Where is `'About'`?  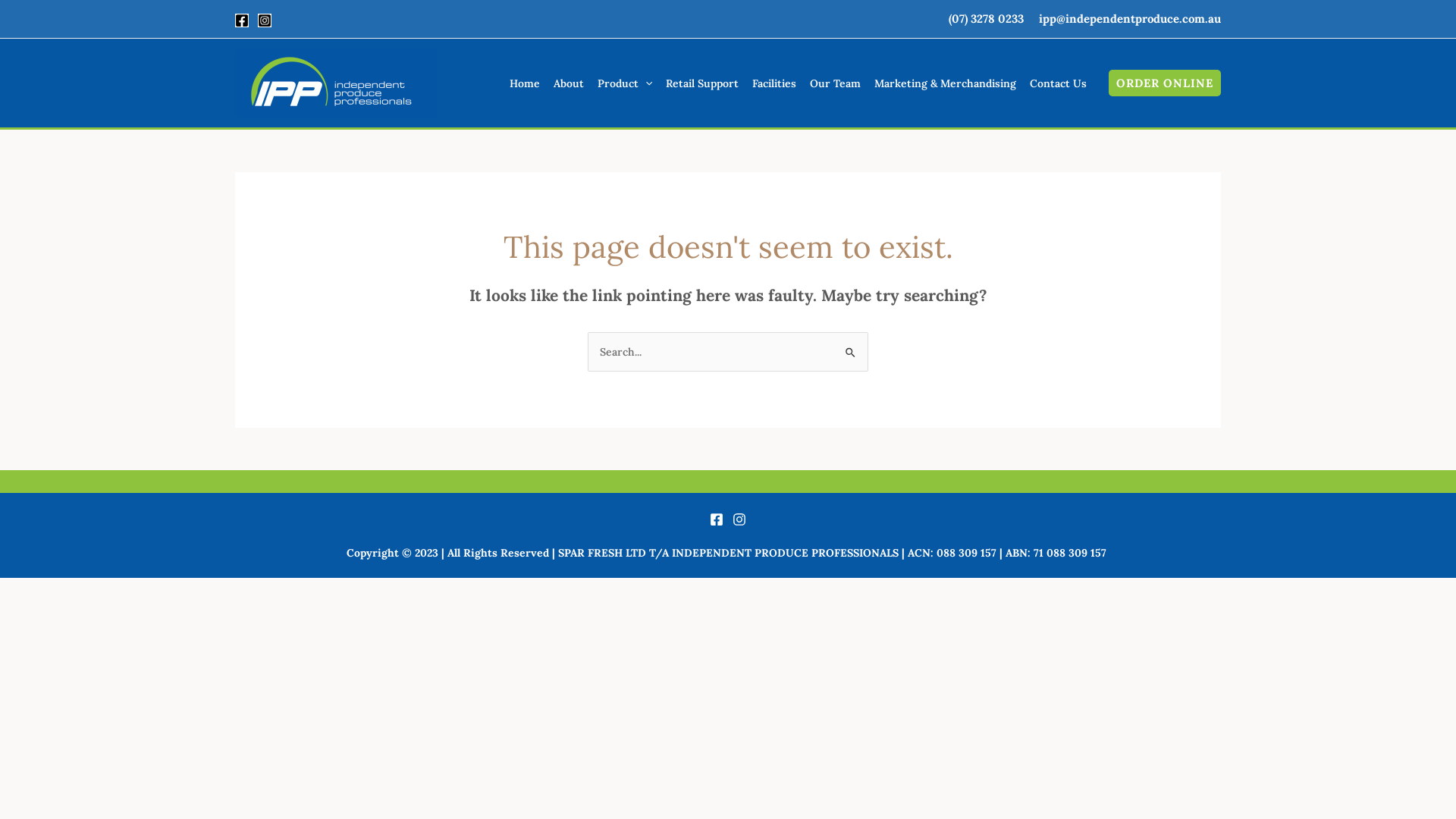 'About' is located at coordinates (567, 83).